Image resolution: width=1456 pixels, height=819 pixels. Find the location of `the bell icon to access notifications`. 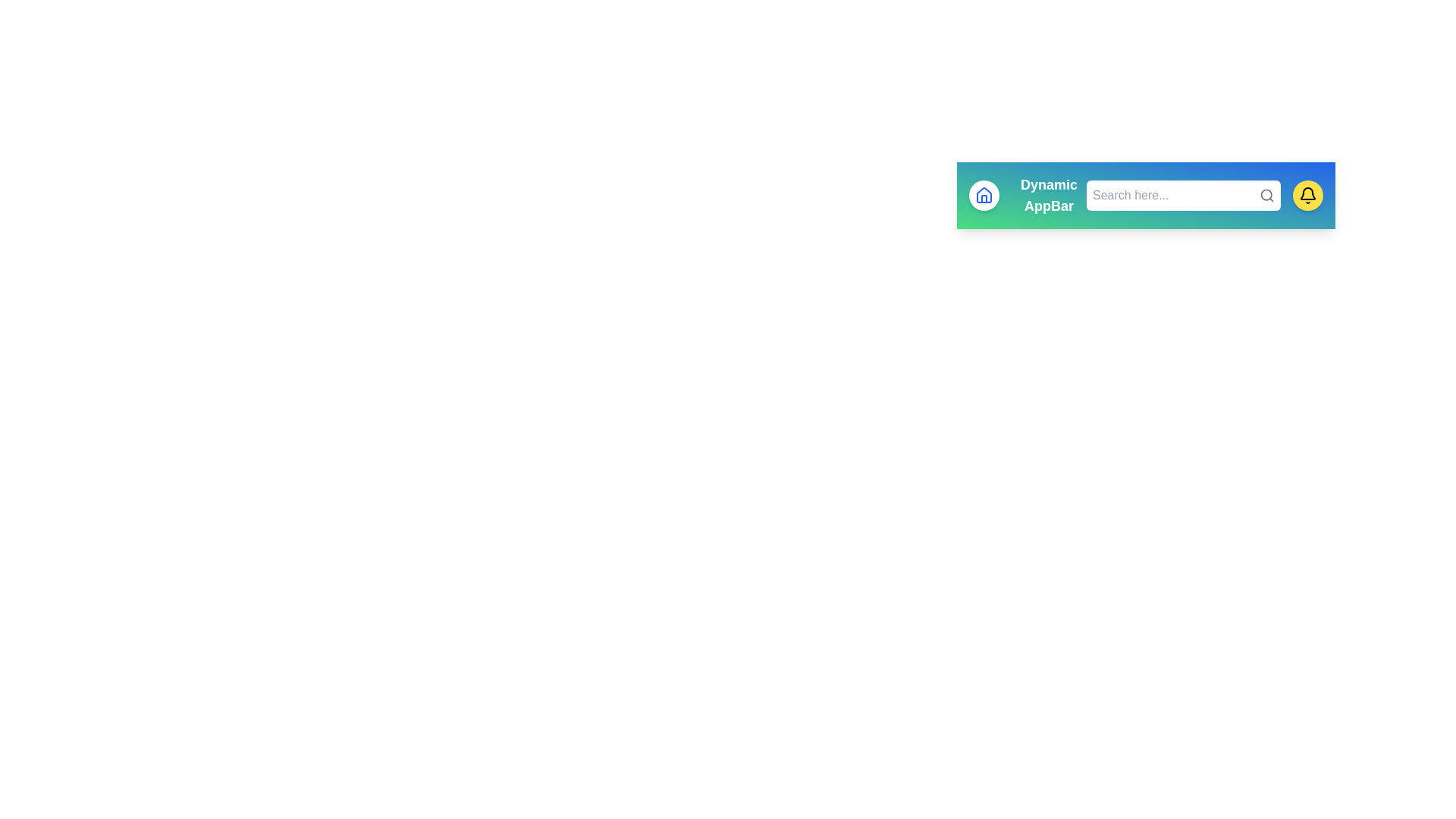

the bell icon to access notifications is located at coordinates (1307, 195).